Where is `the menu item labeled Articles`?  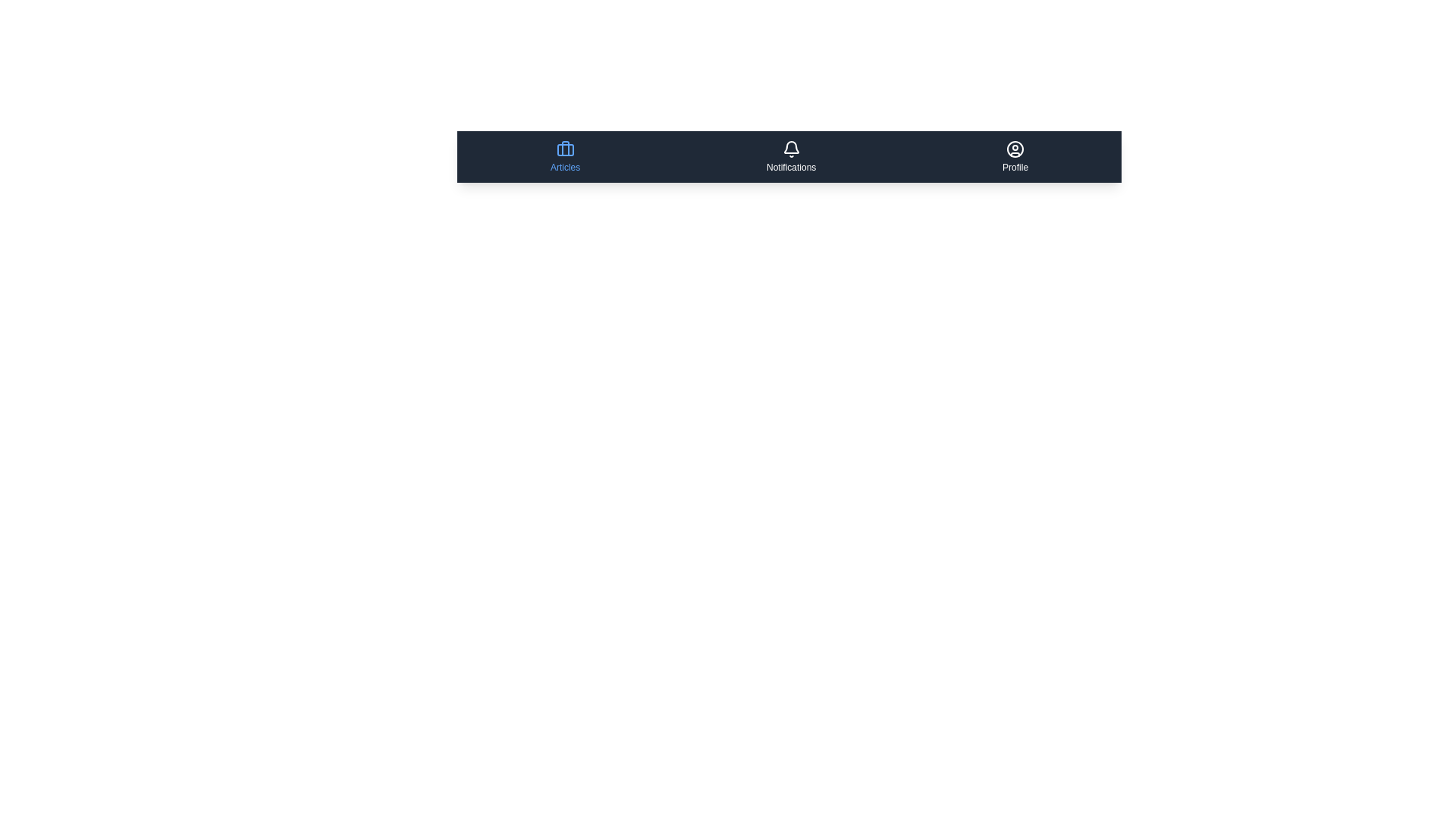 the menu item labeled Articles is located at coordinates (563, 157).